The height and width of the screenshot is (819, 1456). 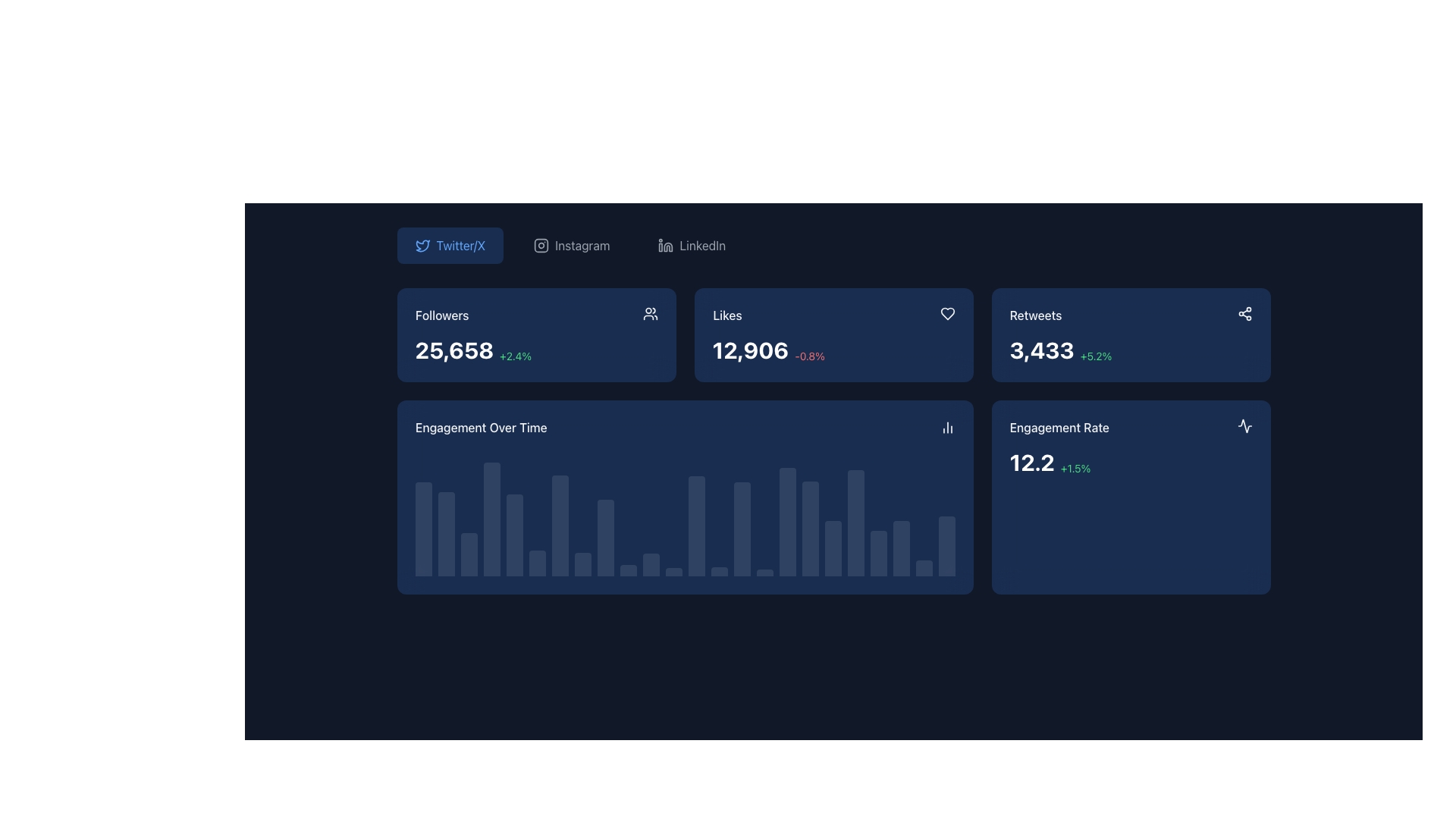 What do you see at coordinates (726, 315) in the screenshot?
I see `the 'Likes' text label, which is styled with a light gray color on a dark blue background, located in the upper center-right of the interface, part of a statistics card` at bounding box center [726, 315].